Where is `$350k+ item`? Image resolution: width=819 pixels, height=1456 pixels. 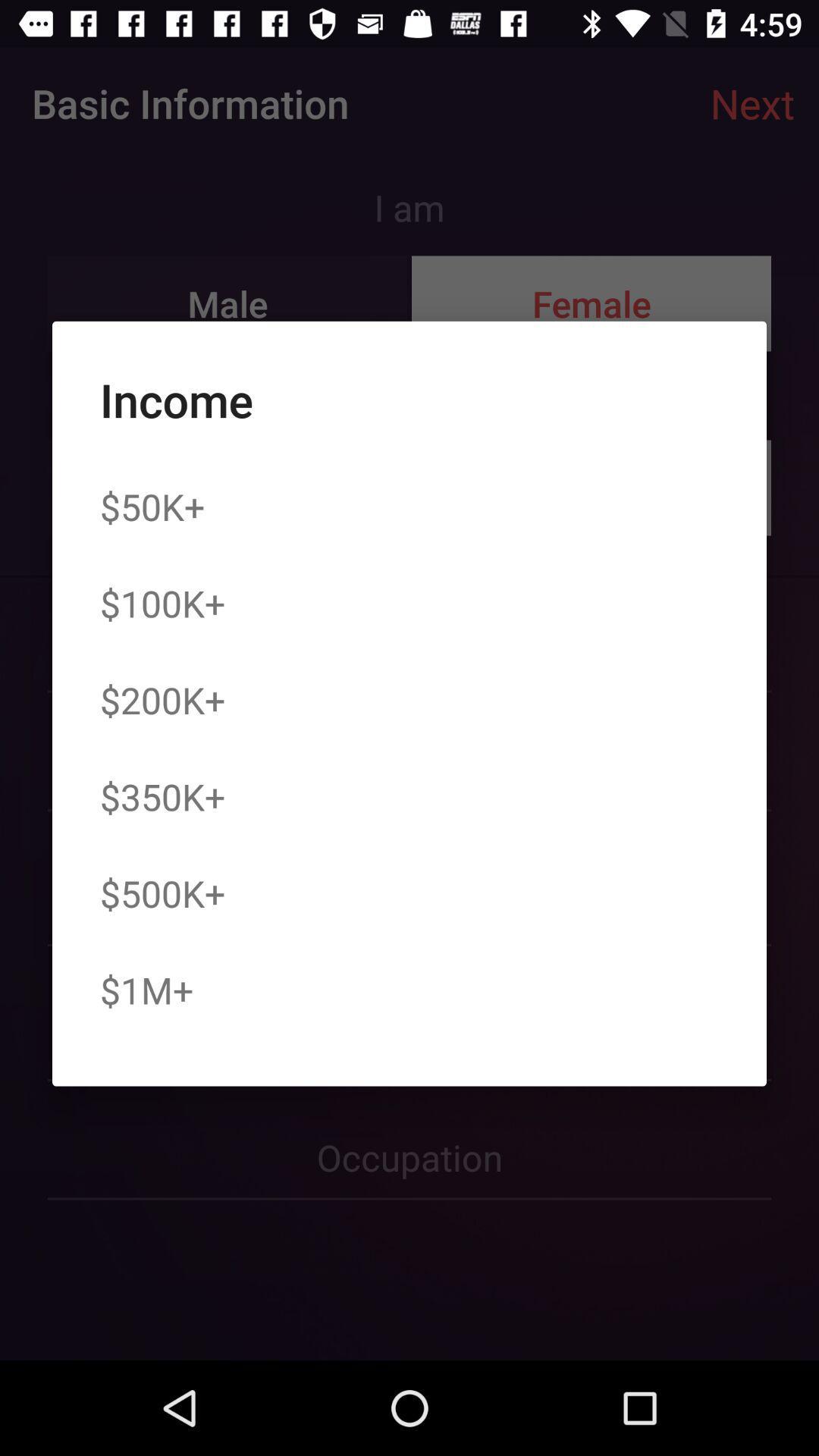
$350k+ item is located at coordinates (162, 795).